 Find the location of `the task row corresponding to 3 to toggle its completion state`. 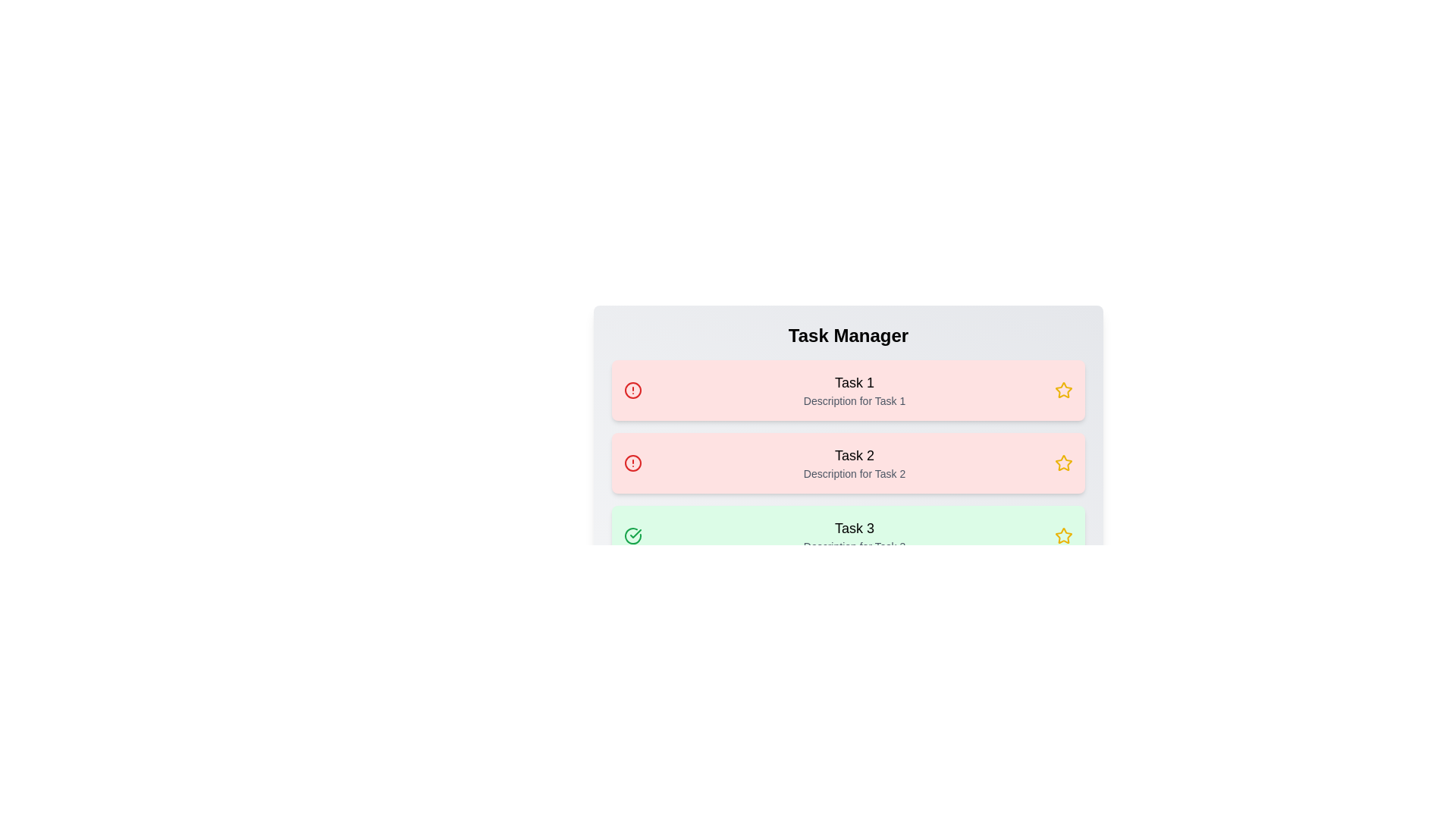

the task row corresponding to 3 to toggle its completion state is located at coordinates (847, 535).